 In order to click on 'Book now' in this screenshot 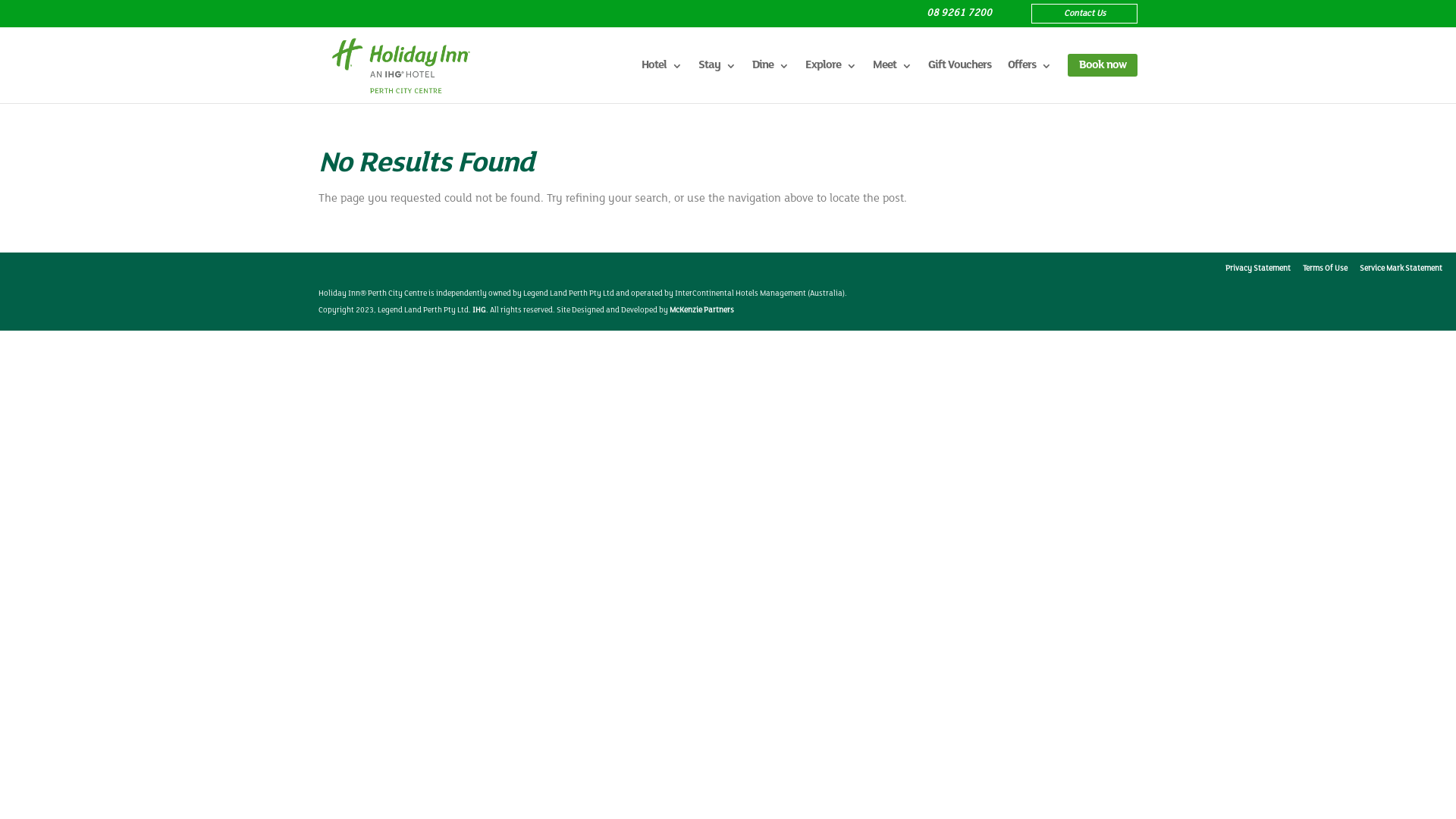, I will do `click(1103, 64)`.